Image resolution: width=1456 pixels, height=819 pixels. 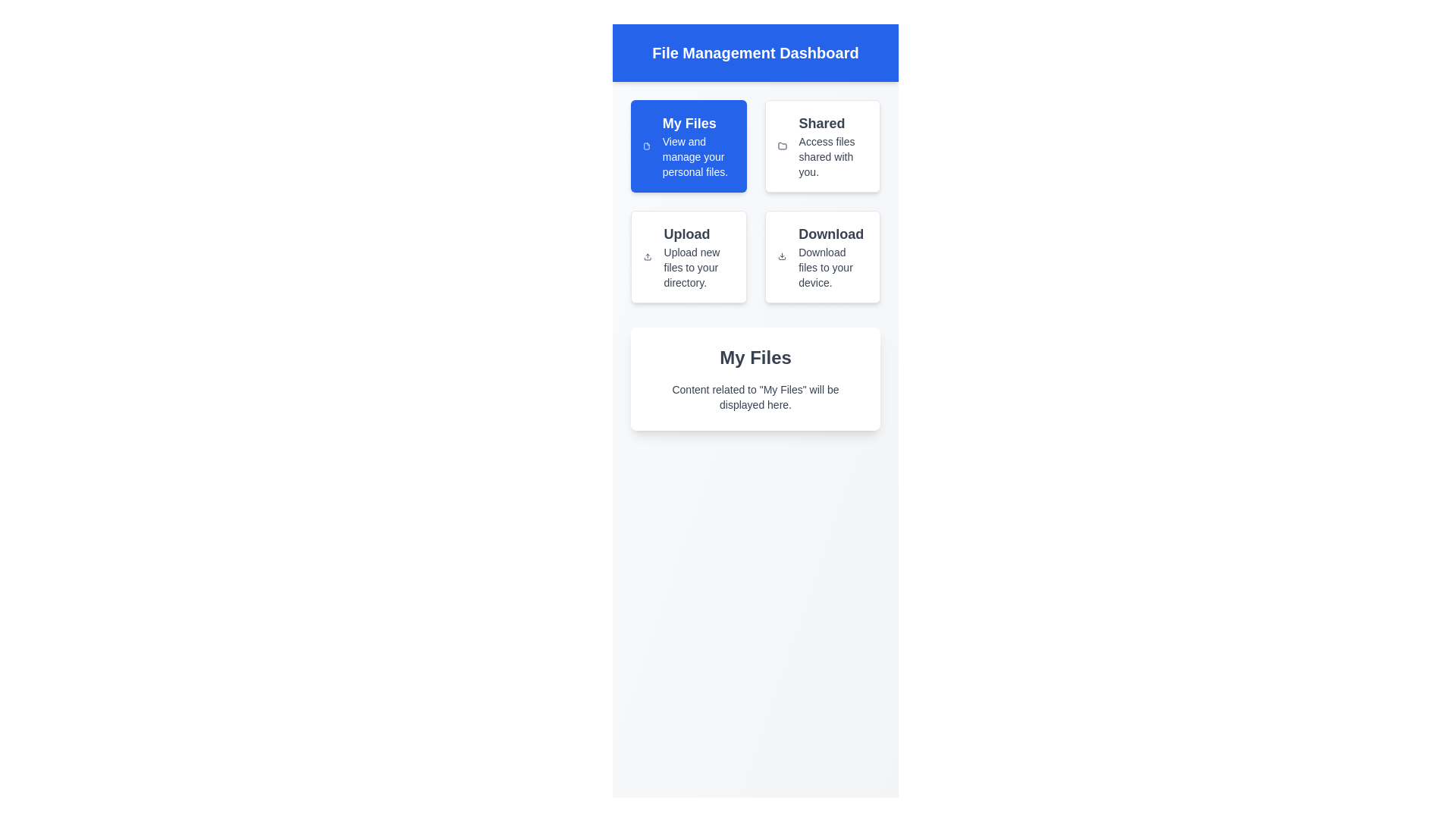 I want to click on the static text banner at the top of the interface, which serves as the title for file management, so click(x=755, y=52).